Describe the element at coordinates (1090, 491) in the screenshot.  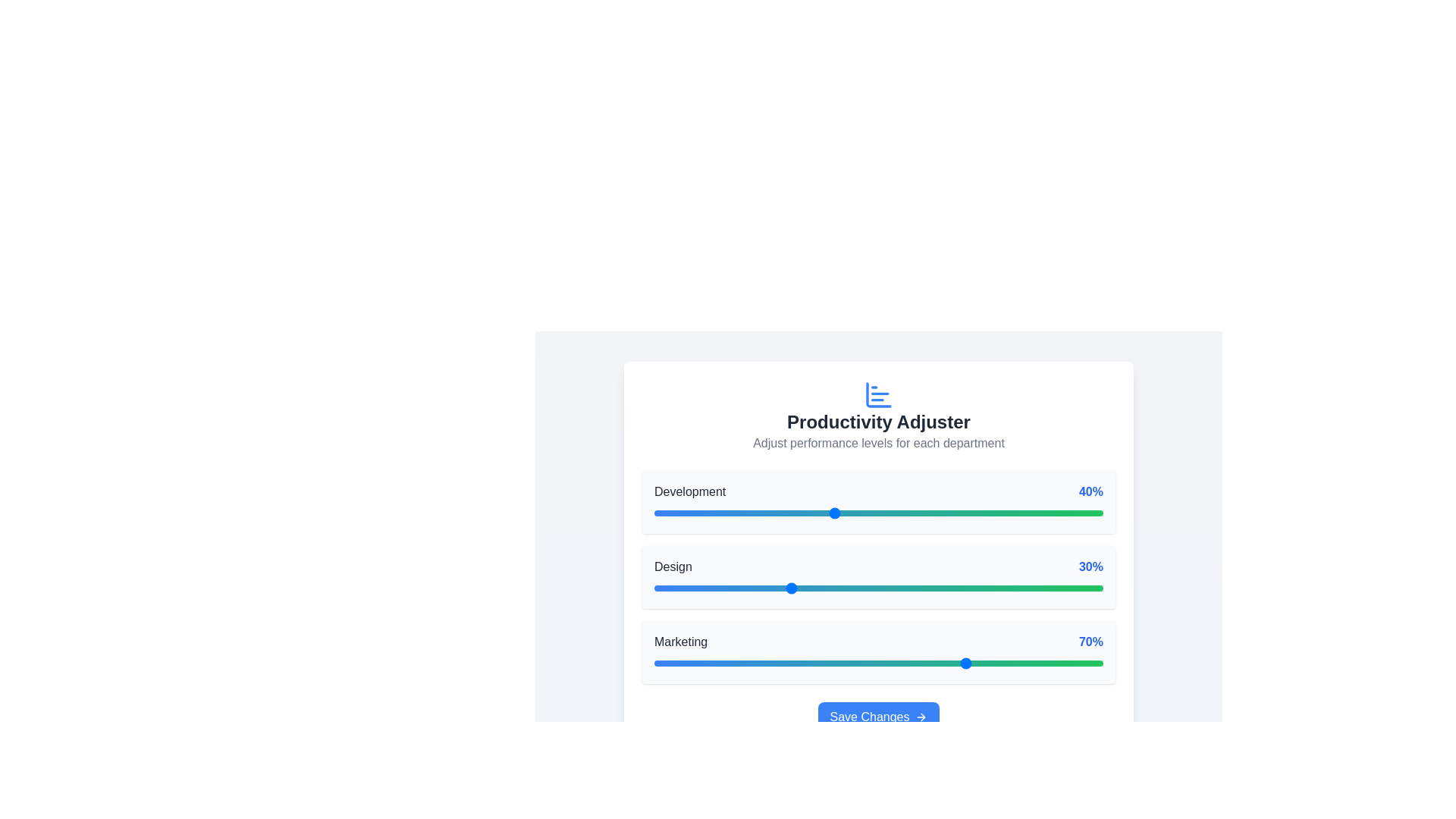
I see `the text label displaying '40%' in bold blue font, which indicates a percentage associated with 'Development'. It is positioned to the right of the text 'Development' and aligned with a progress bar` at that location.